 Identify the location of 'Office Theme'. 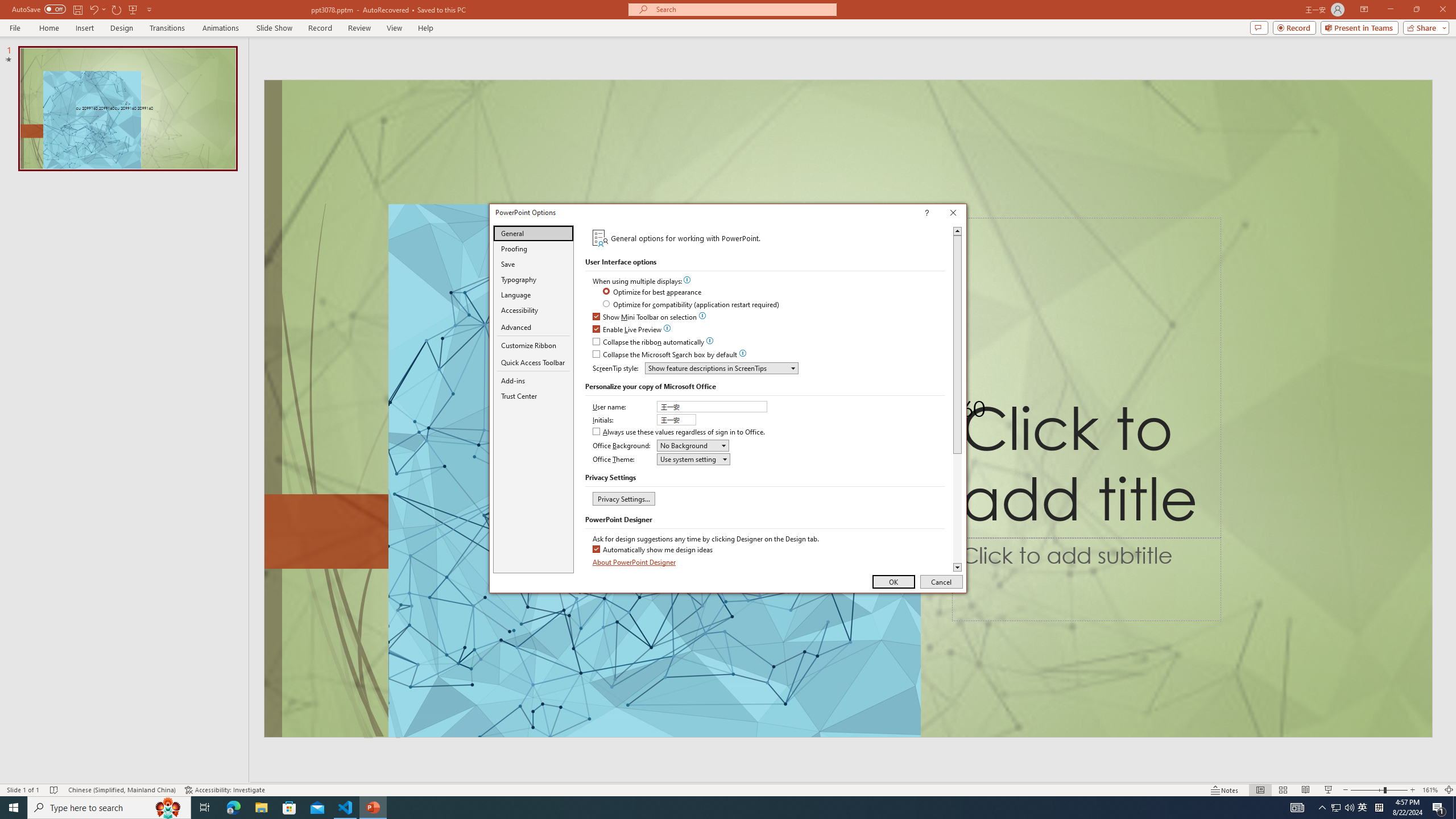
(693, 459).